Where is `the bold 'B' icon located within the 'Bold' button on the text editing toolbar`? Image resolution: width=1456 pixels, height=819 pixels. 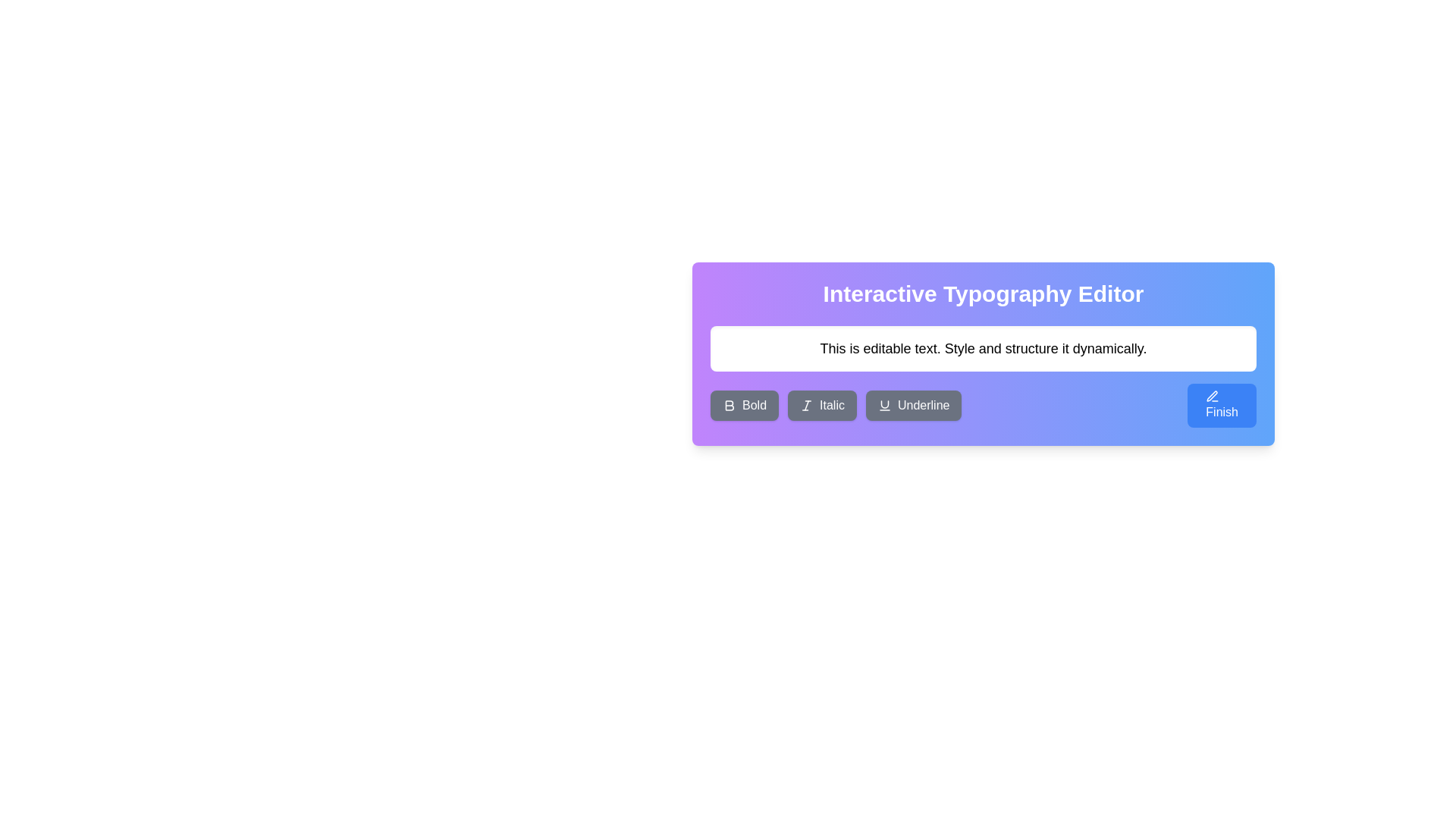 the bold 'B' icon located within the 'Bold' button on the text editing toolbar is located at coordinates (729, 405).